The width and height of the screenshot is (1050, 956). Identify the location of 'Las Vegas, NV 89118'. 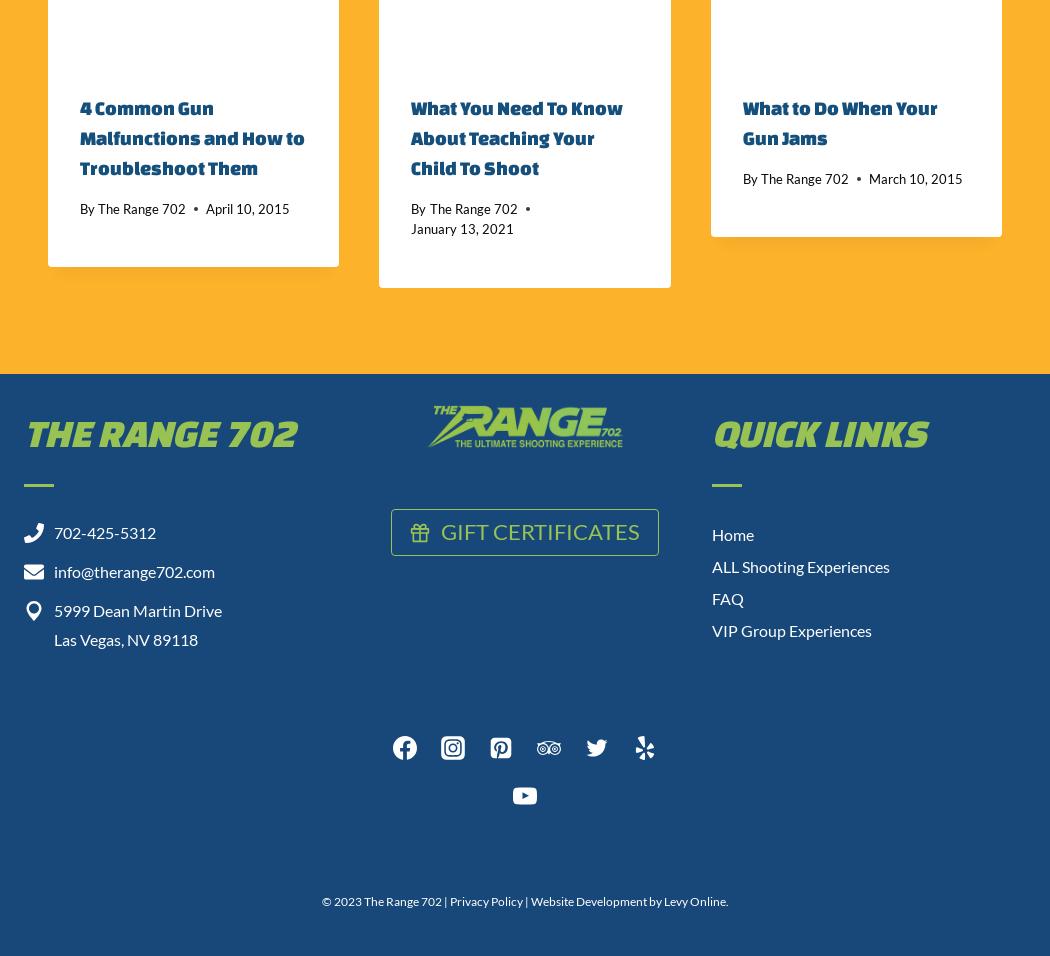
(125, 638).